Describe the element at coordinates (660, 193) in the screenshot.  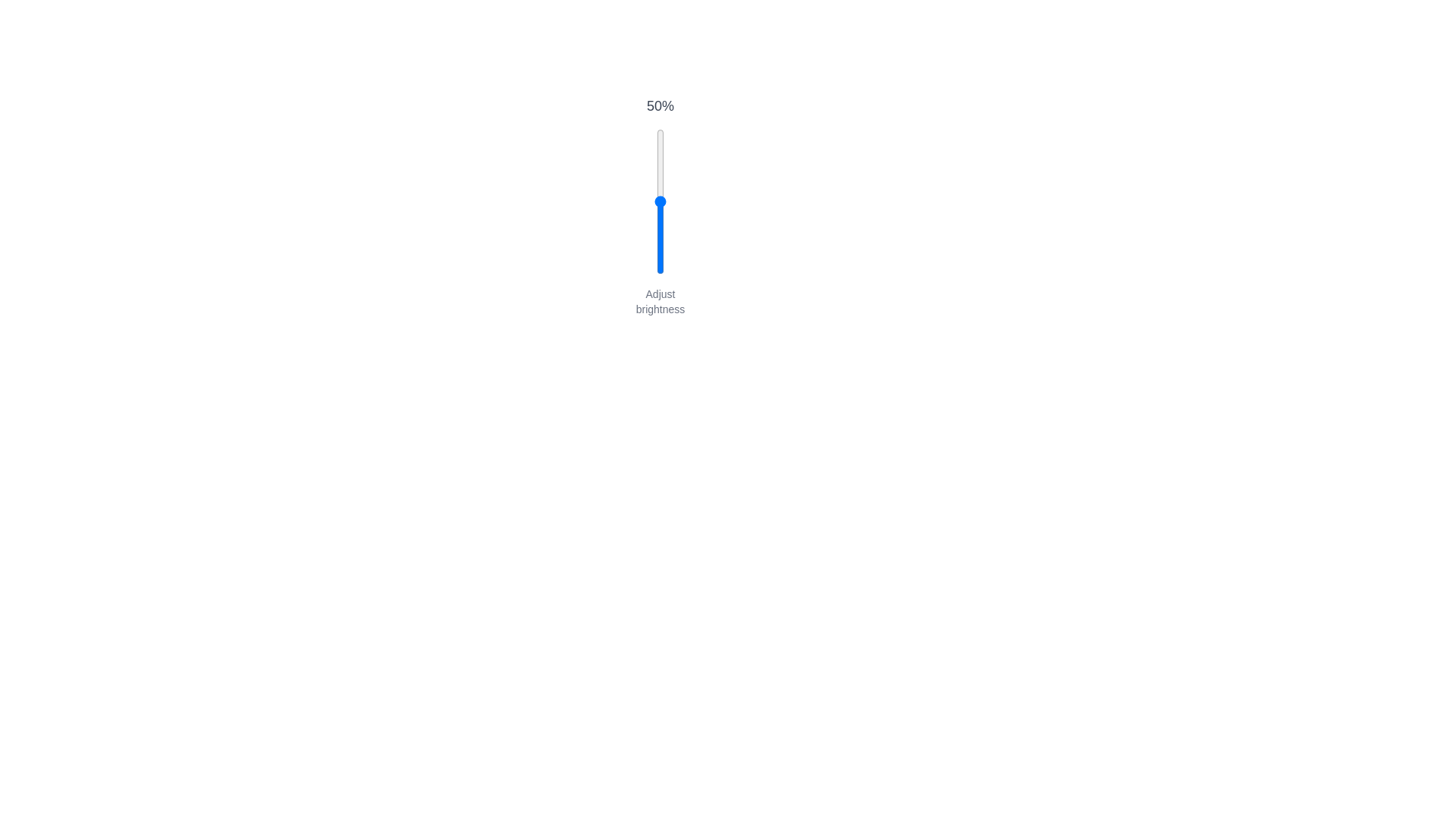
I see `brightness` at that location.